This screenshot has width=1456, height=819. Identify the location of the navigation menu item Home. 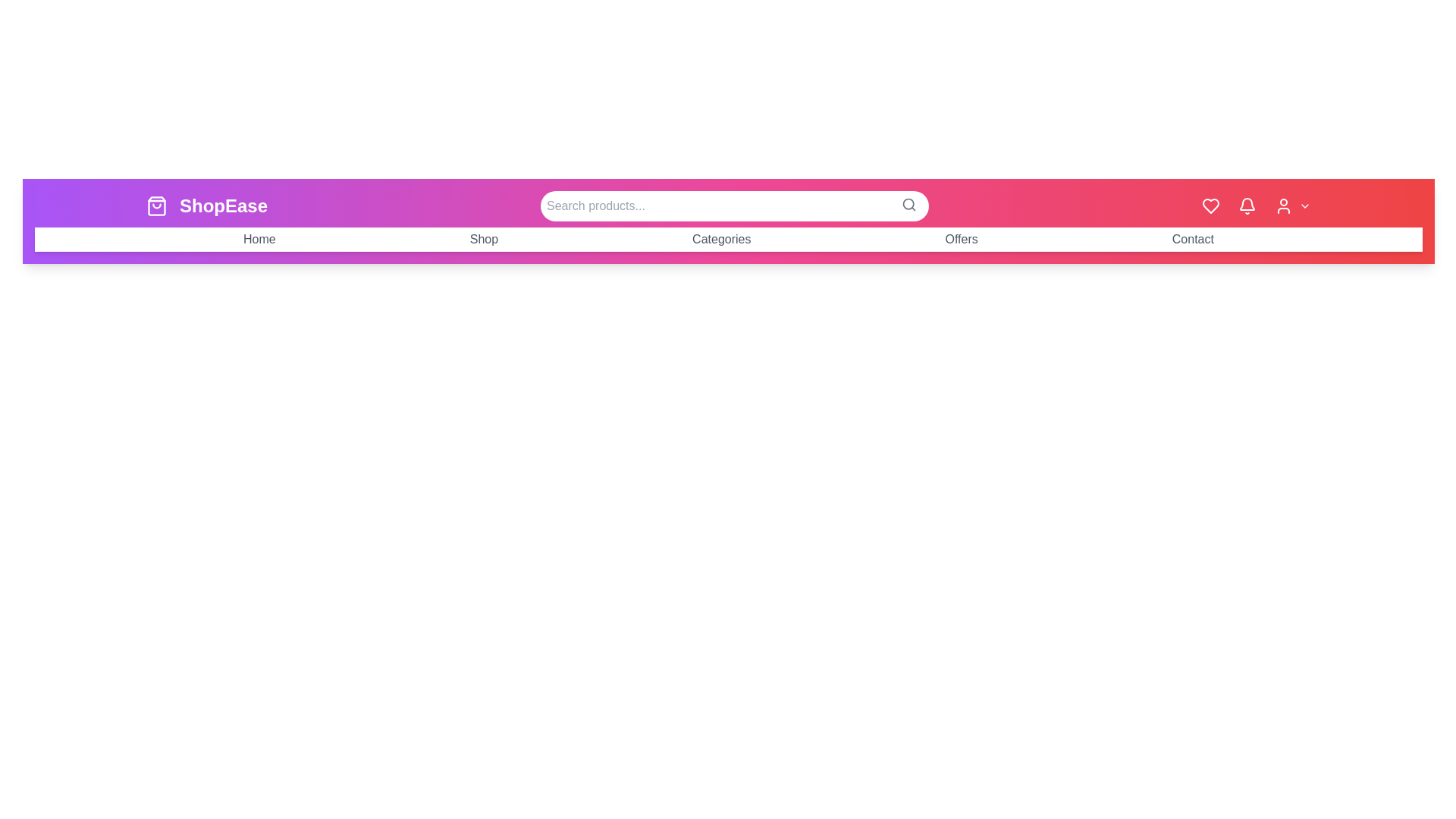
(259, 239).